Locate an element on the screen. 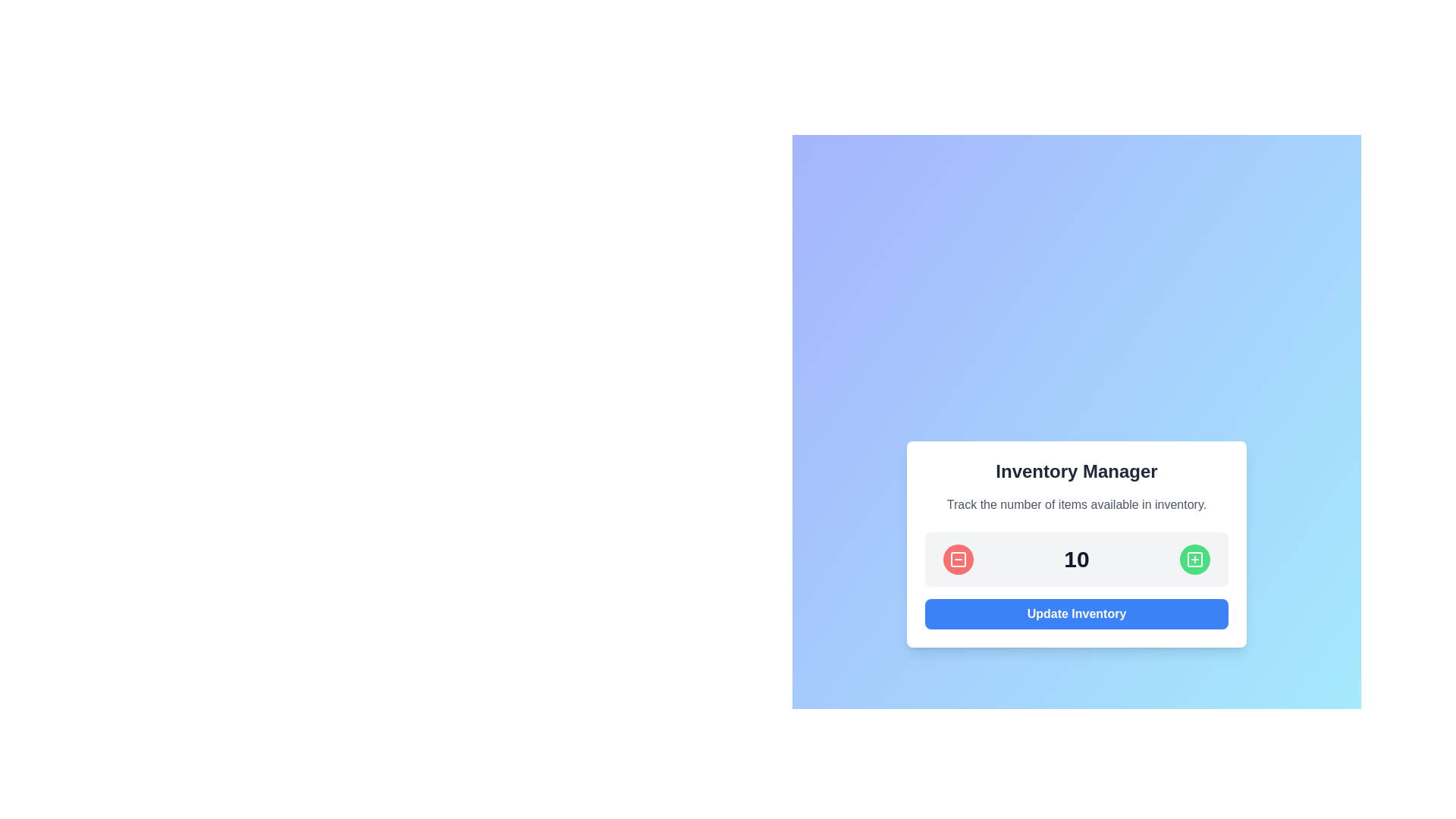 This screenshot has width=1456, height=819. the decrement icon button located in the leftmost section of a horizontal pair of interactive icons beneath the main content to interact with it is located at coordinates (957, 559).